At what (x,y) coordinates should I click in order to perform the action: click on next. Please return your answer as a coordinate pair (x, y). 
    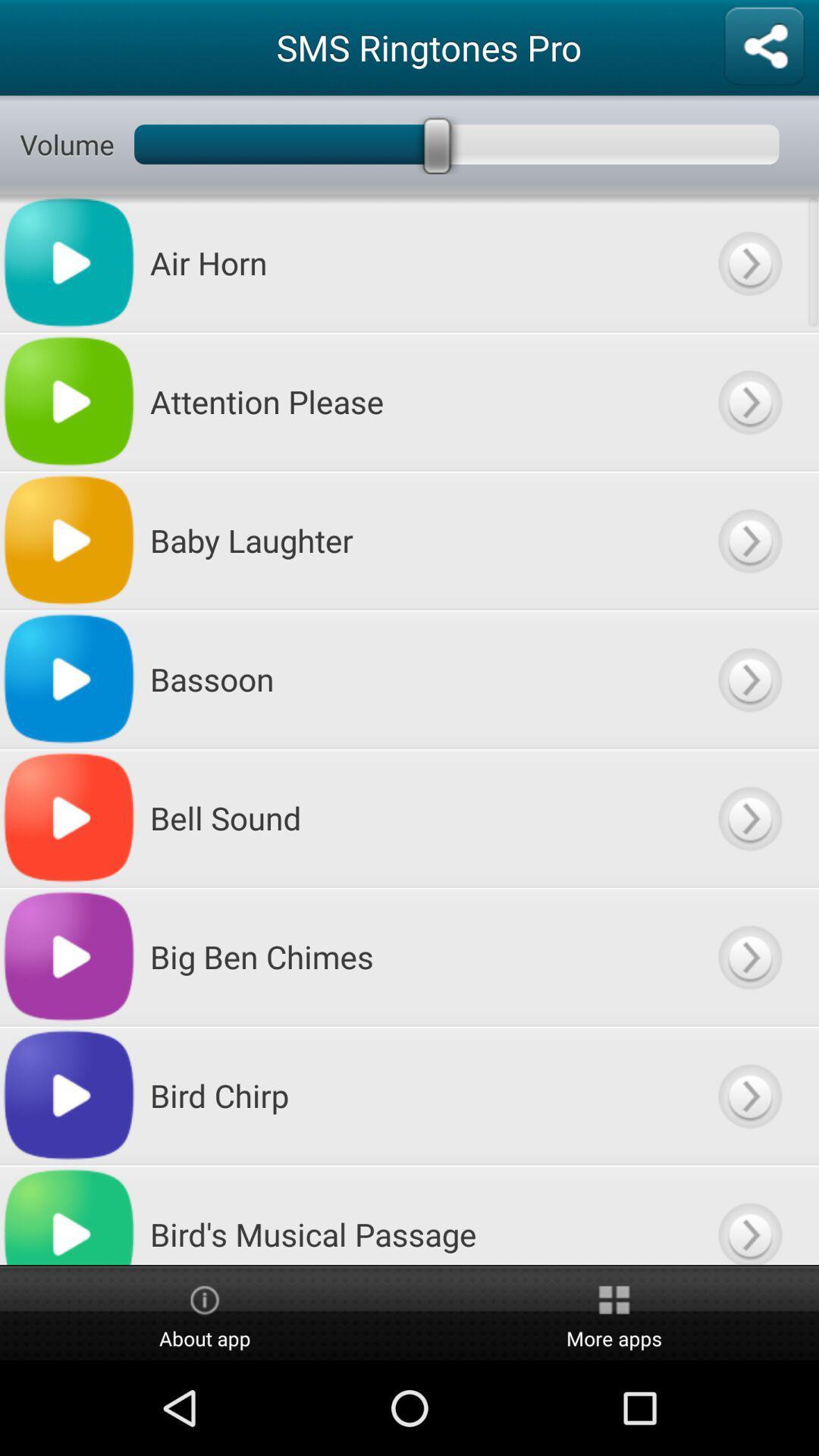
    Looking at the image, I should click on (748, 955).